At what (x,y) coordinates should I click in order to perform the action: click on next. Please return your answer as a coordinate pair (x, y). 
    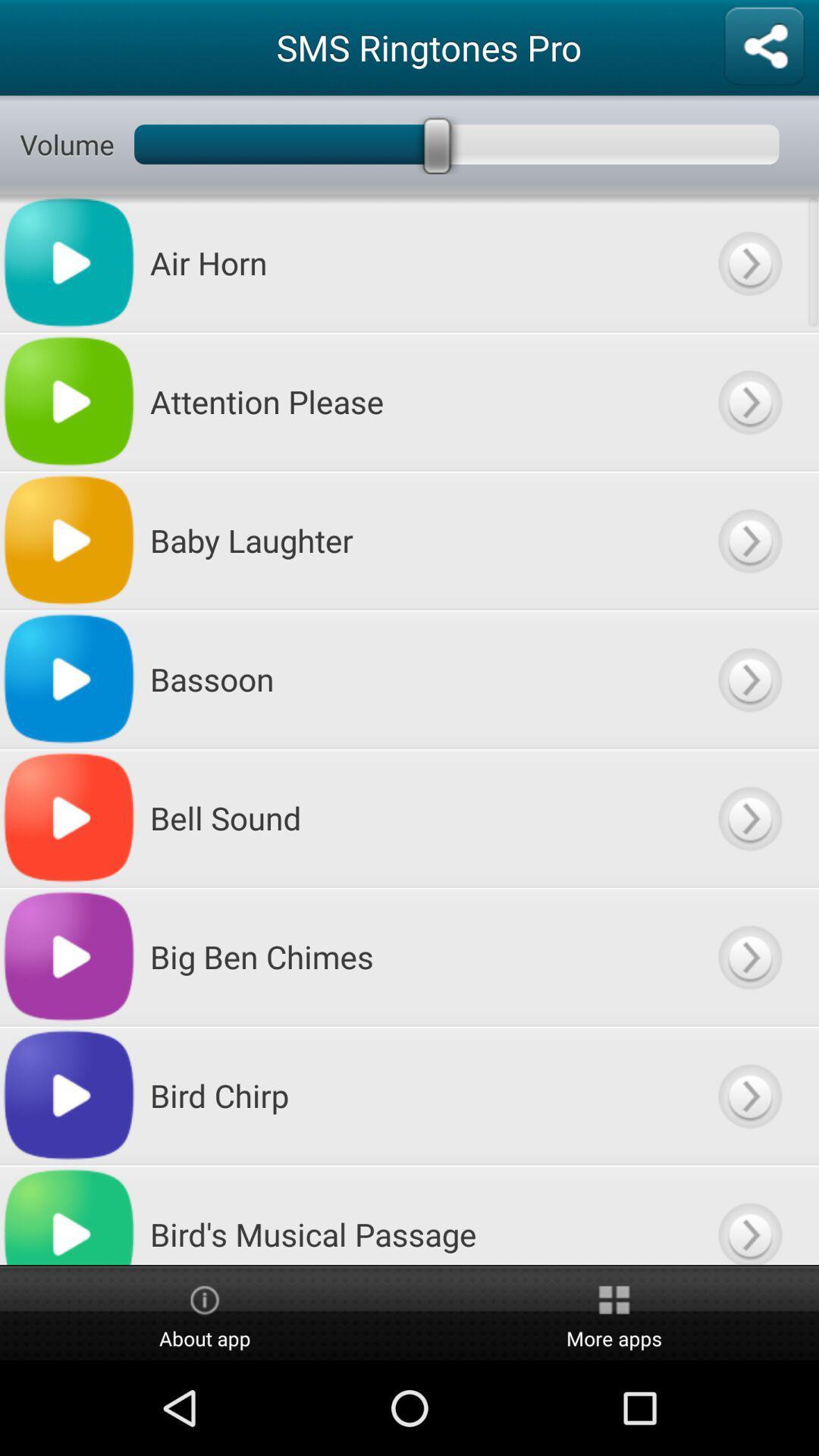
    Looking at the image, I should click on (748, 955).